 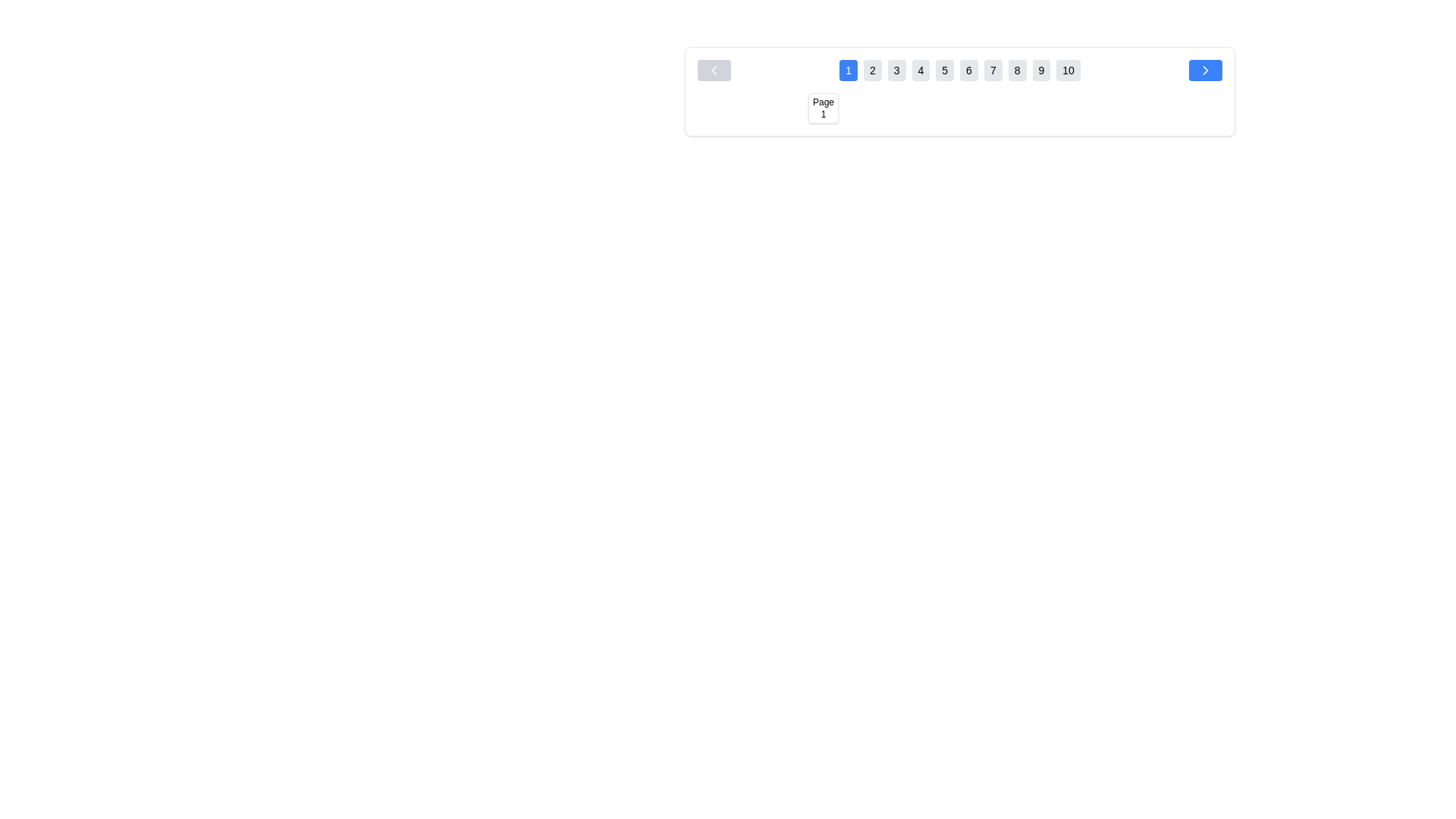 I want to click on the right-pointing arrow icon located at the rightmost position of the pagination menu, so click(x=1204, y=70).